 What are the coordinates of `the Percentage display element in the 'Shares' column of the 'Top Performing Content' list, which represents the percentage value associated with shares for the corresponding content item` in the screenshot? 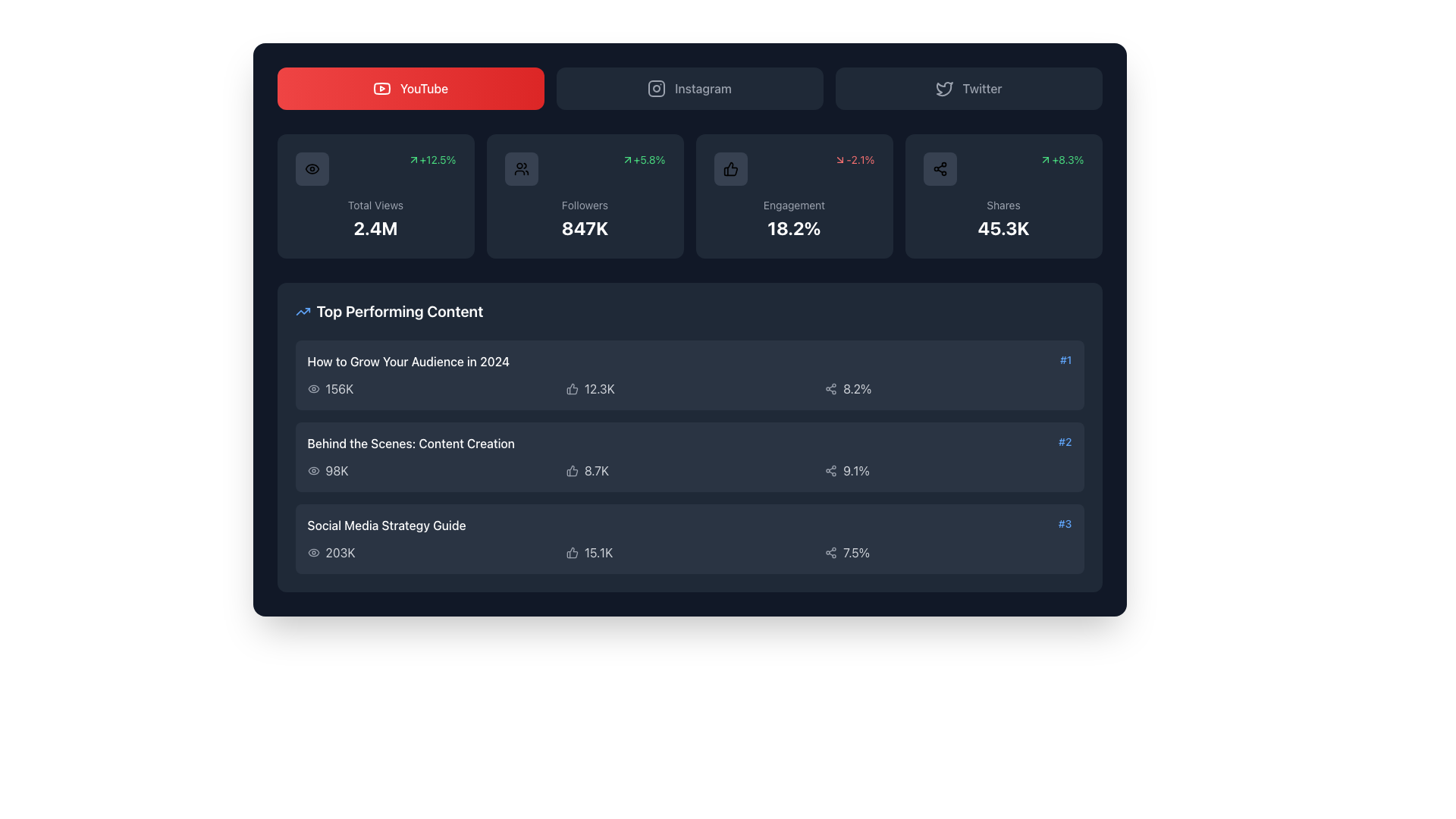 It's located at (947, 470).